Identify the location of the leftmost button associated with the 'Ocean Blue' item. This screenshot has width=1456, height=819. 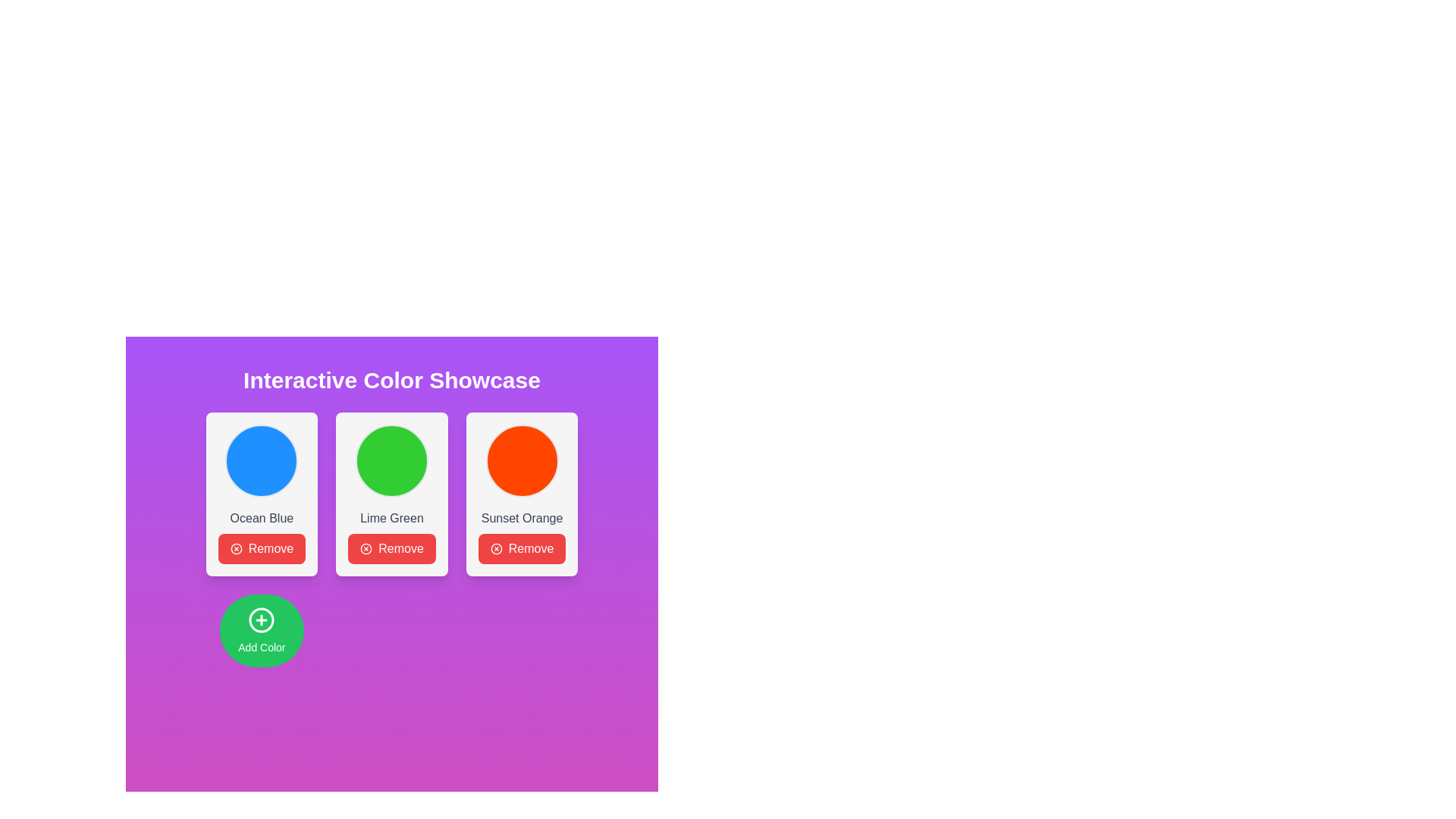
(262, 549).